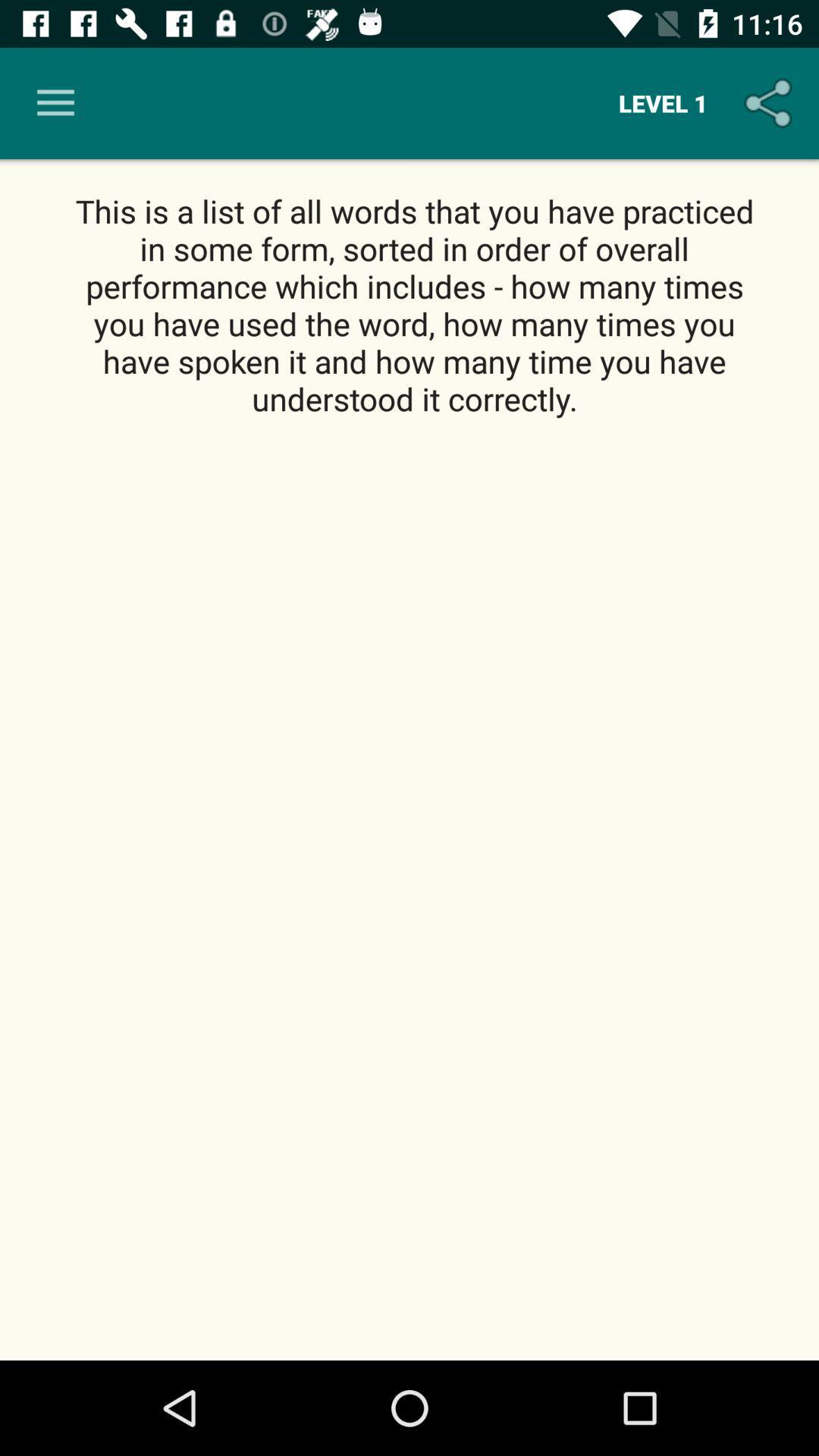 The image size is (819, 1456). What do you see at coordinates (771, 102) in the screenshot?
I see `the icon to the right of the level 1 icon` at bounding box center [771, 102].